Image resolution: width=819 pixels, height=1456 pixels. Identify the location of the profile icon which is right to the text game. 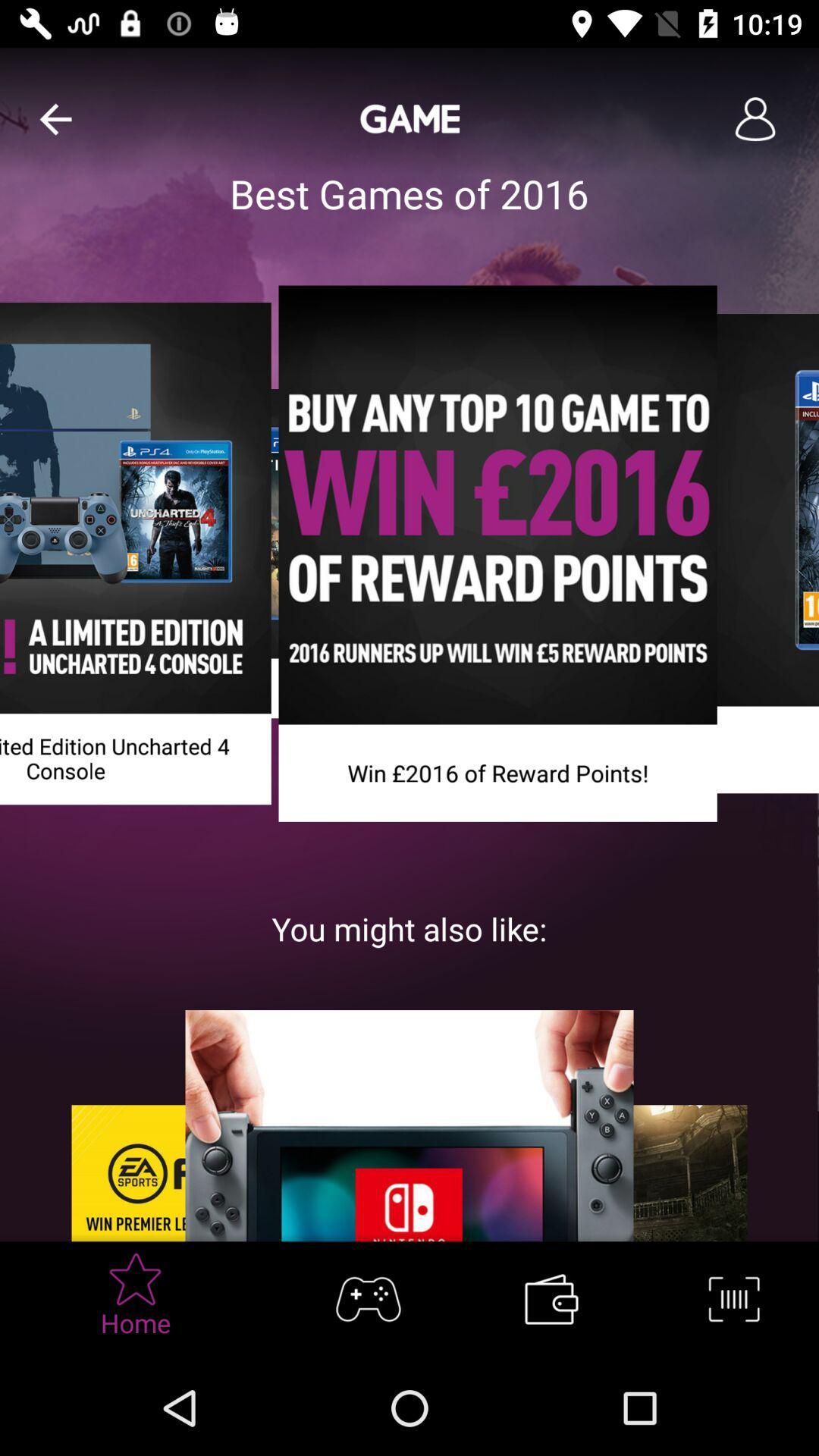
(755, 118).